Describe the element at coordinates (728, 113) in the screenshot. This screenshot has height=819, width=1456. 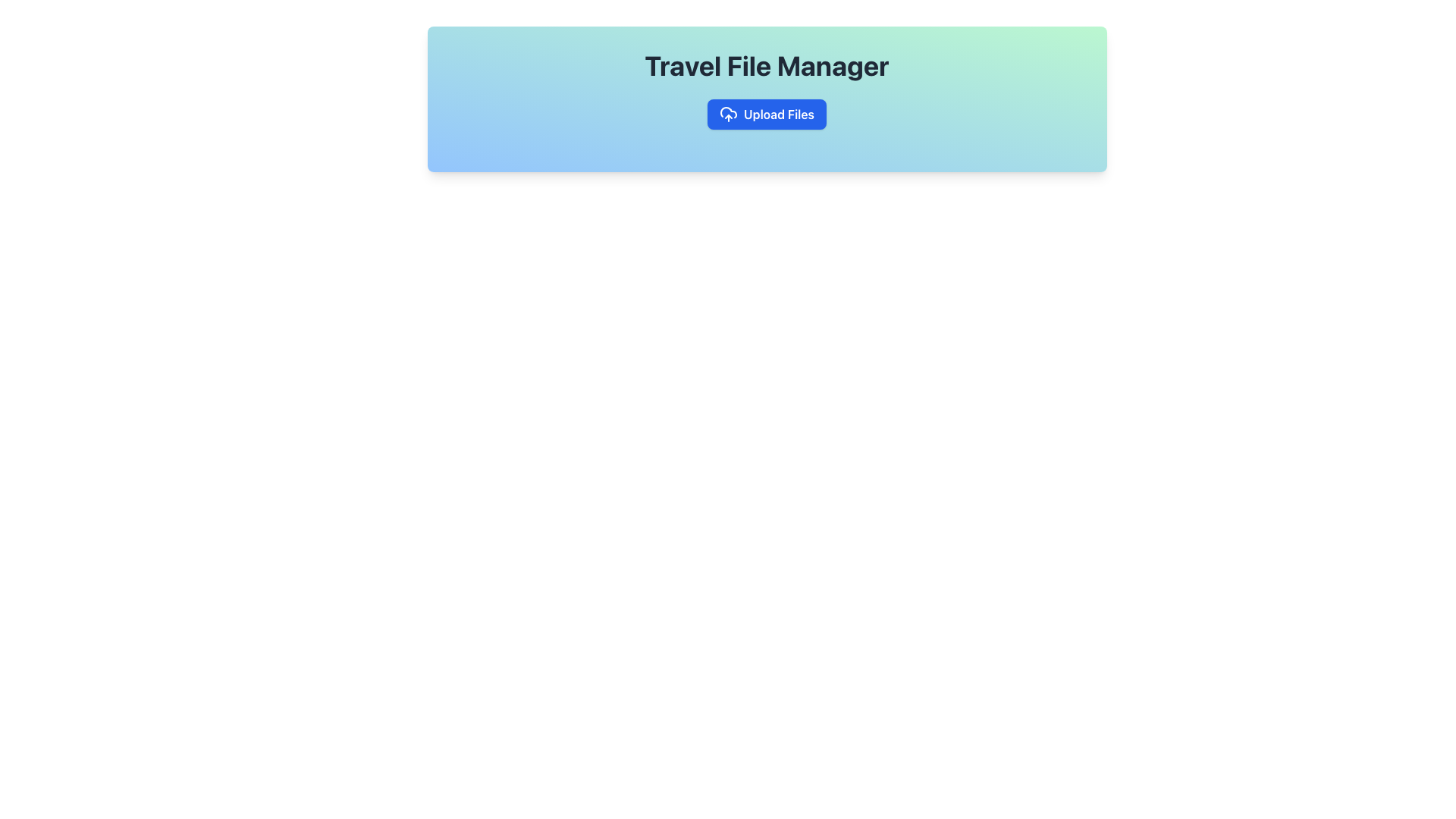
I see `the cloud icon with an upward arrow located within the blue 'Upload Files' button` at that location.